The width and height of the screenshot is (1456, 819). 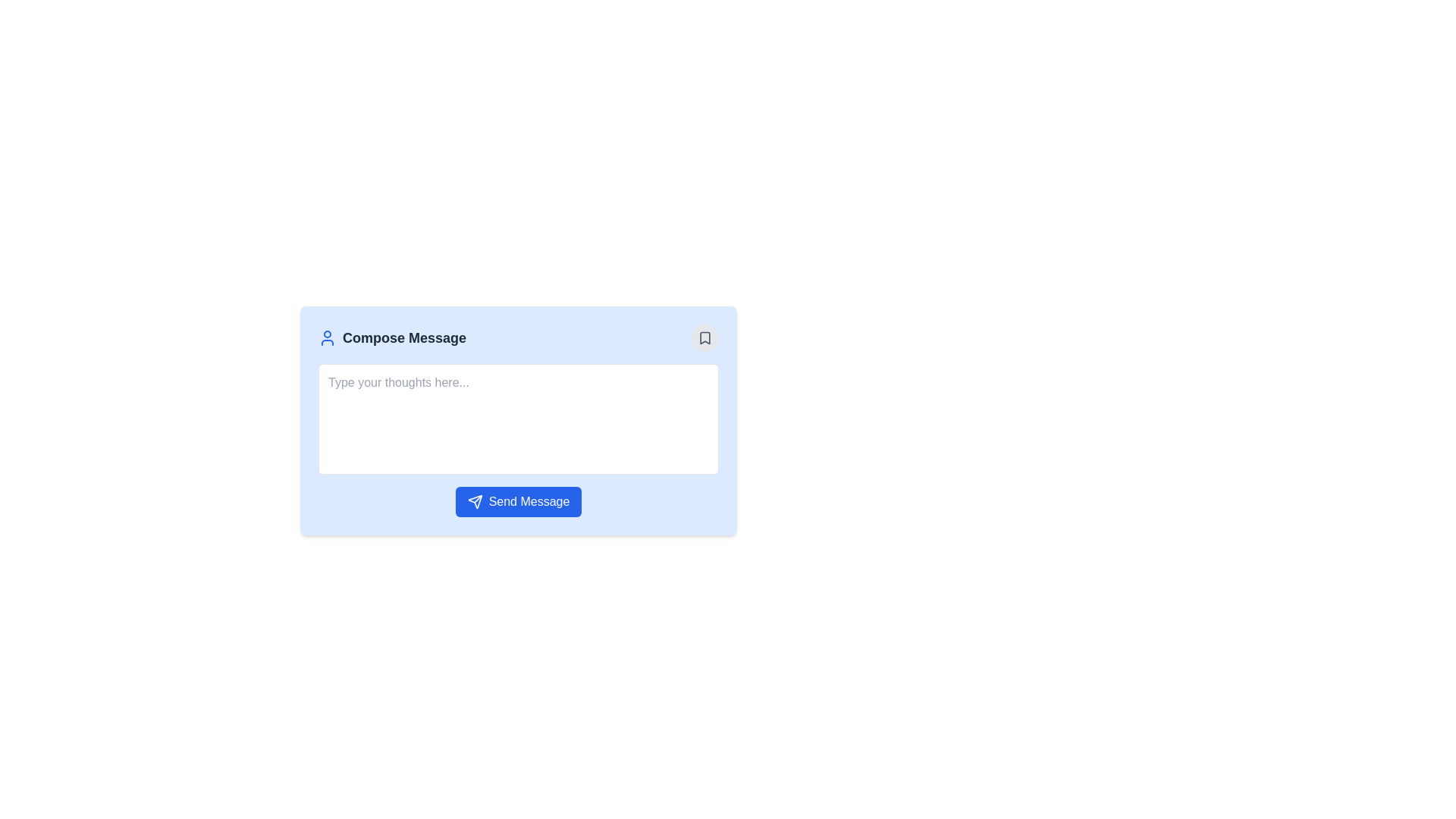 What do you see at coordinates (704, 337) in the screenshot?
I see `the bookmark icon located in the upper-right corner of the 'Compose Message' card interface` at bounding box center [704, 337].